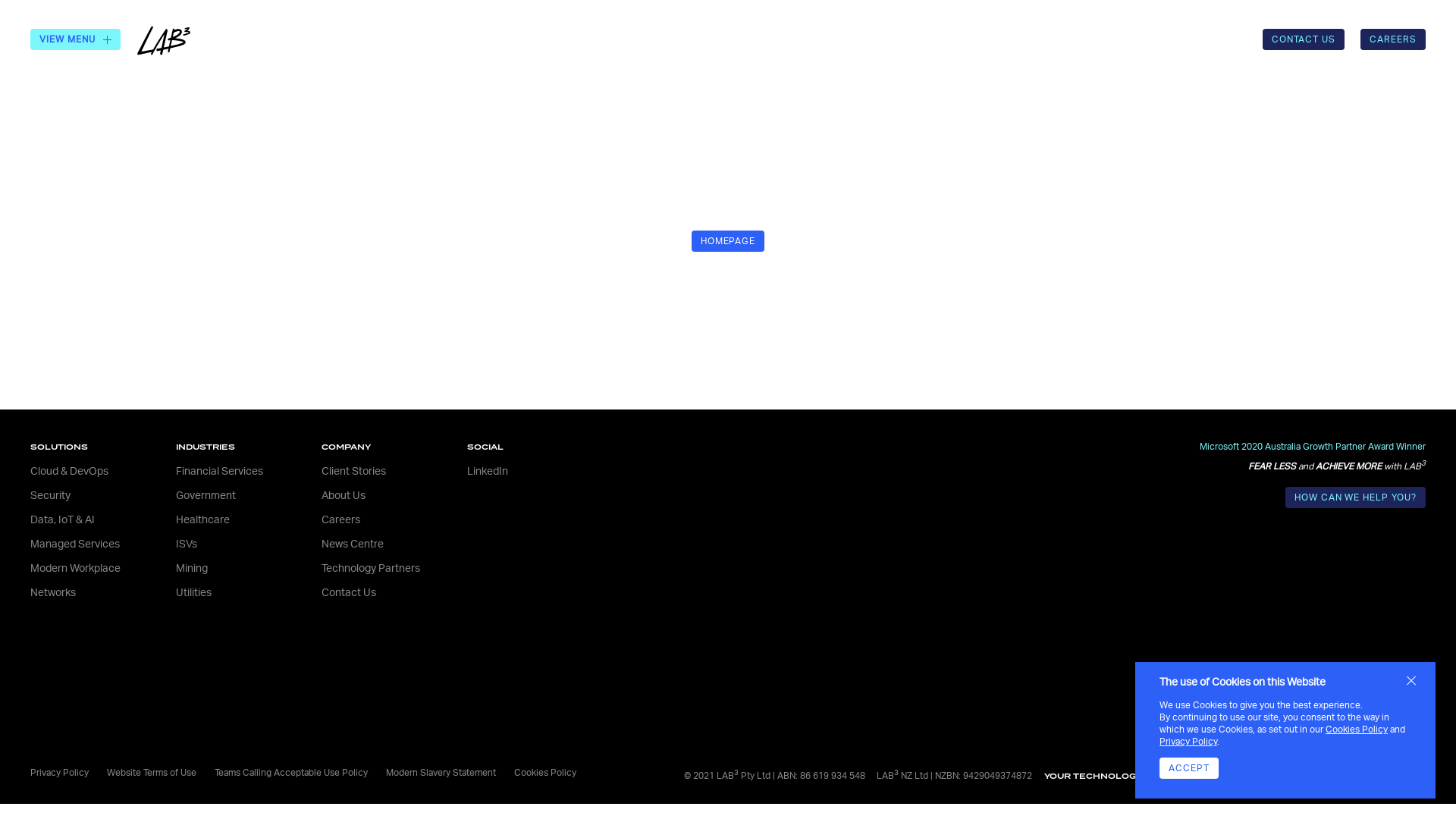 Image resolution: width=1456 pixels, height=819 pixels. What do you see at coordinates (193, 592) in the screenshot?
I see `'Utilities'` at bounding box center [193, 592].